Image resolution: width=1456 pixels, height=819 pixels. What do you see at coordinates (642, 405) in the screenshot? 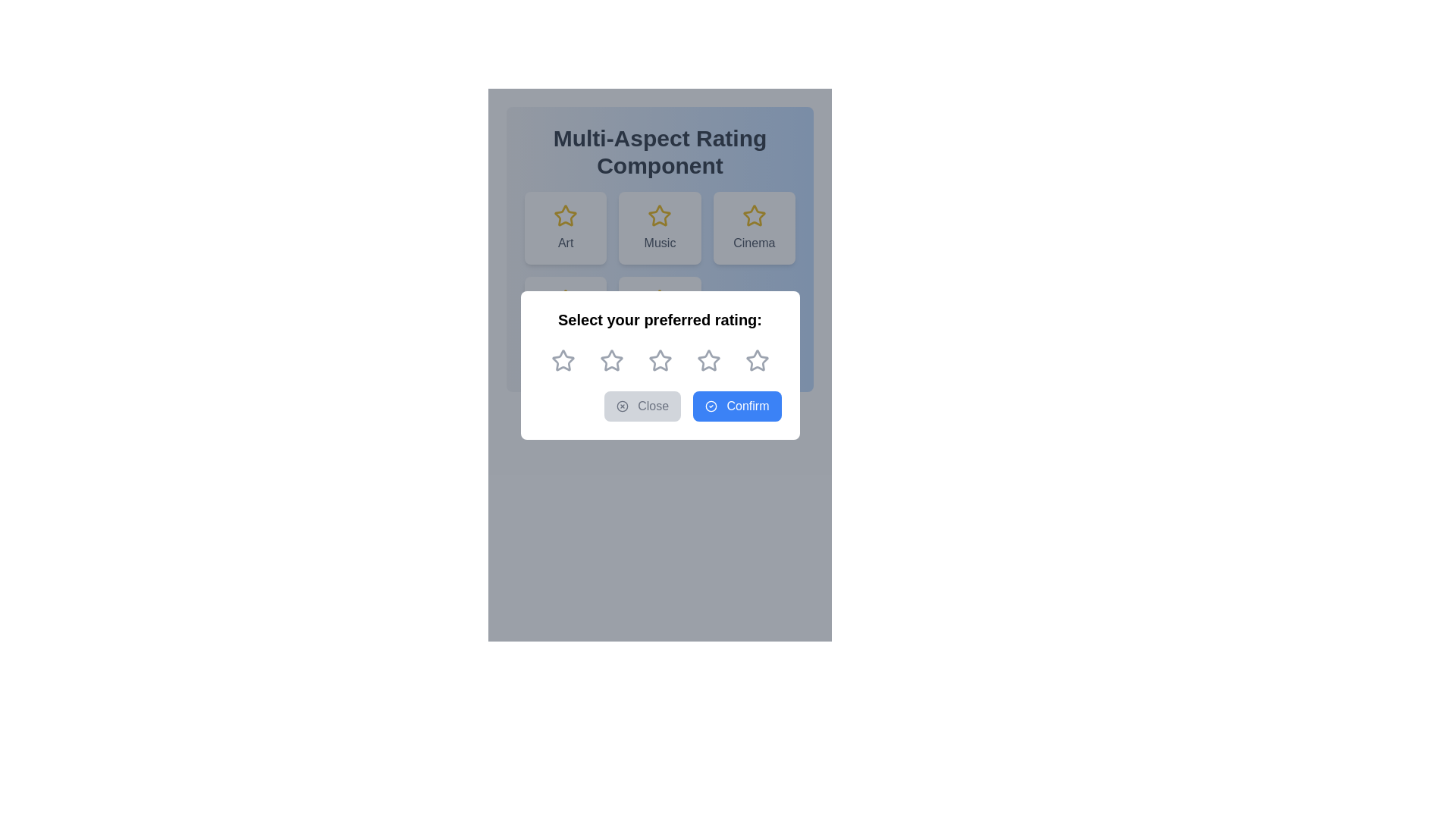
I see `the 'Close' button, which is a rectangular button with a gray background and rounded corners, located in the bottom section of the modal, aligned to the left of the 'Confirm' button` at bounding box center [642, 405].